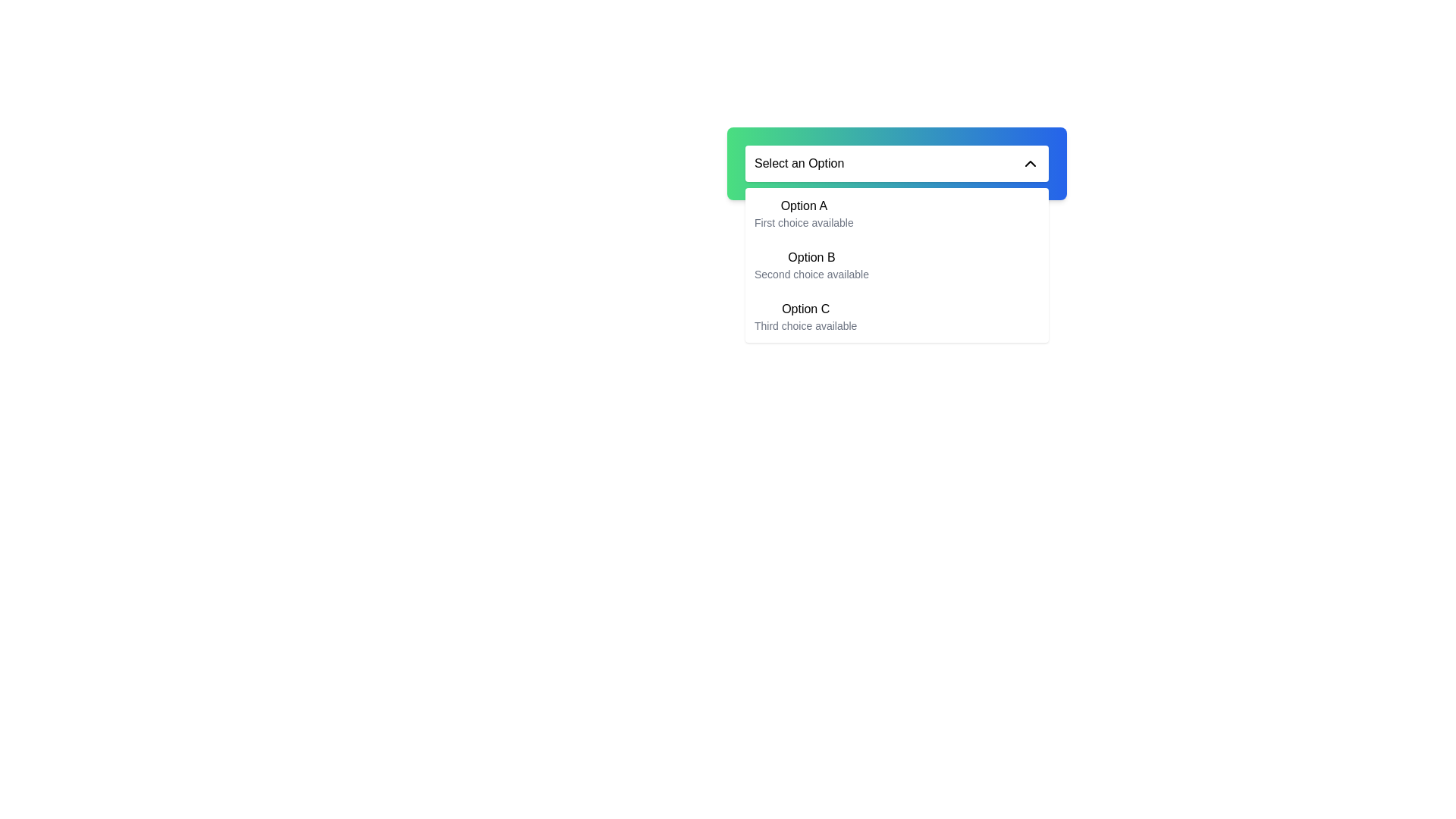 The image size is (1456, 819). Describe the element at coordinates (805, 309) in the screenshot. I see `bold text label 'Option C' within the dropdown menu to understand the selection choice` at that location.